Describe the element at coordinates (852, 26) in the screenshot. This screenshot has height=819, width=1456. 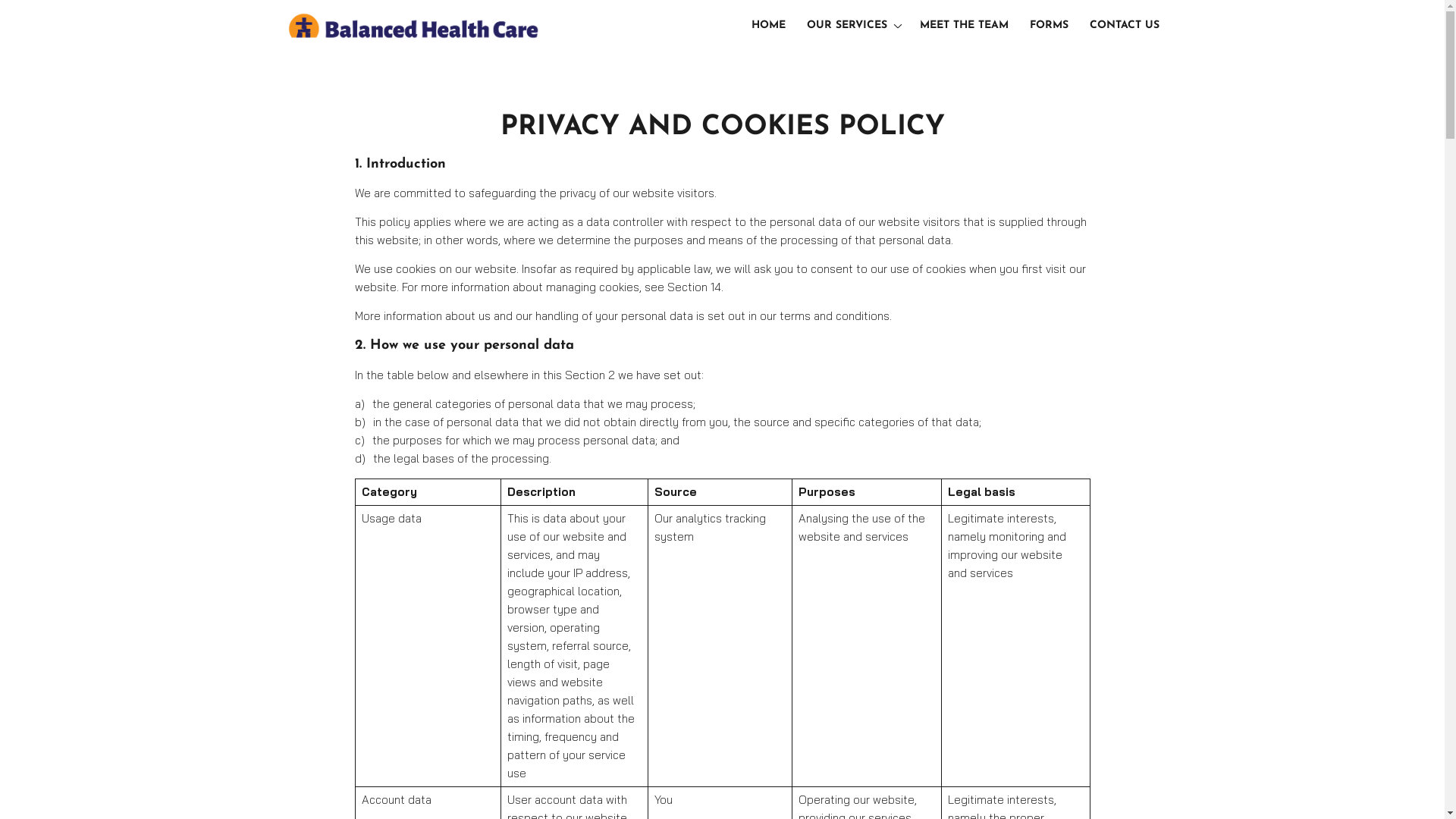
I see `'OUR SERVICES'` at that location.